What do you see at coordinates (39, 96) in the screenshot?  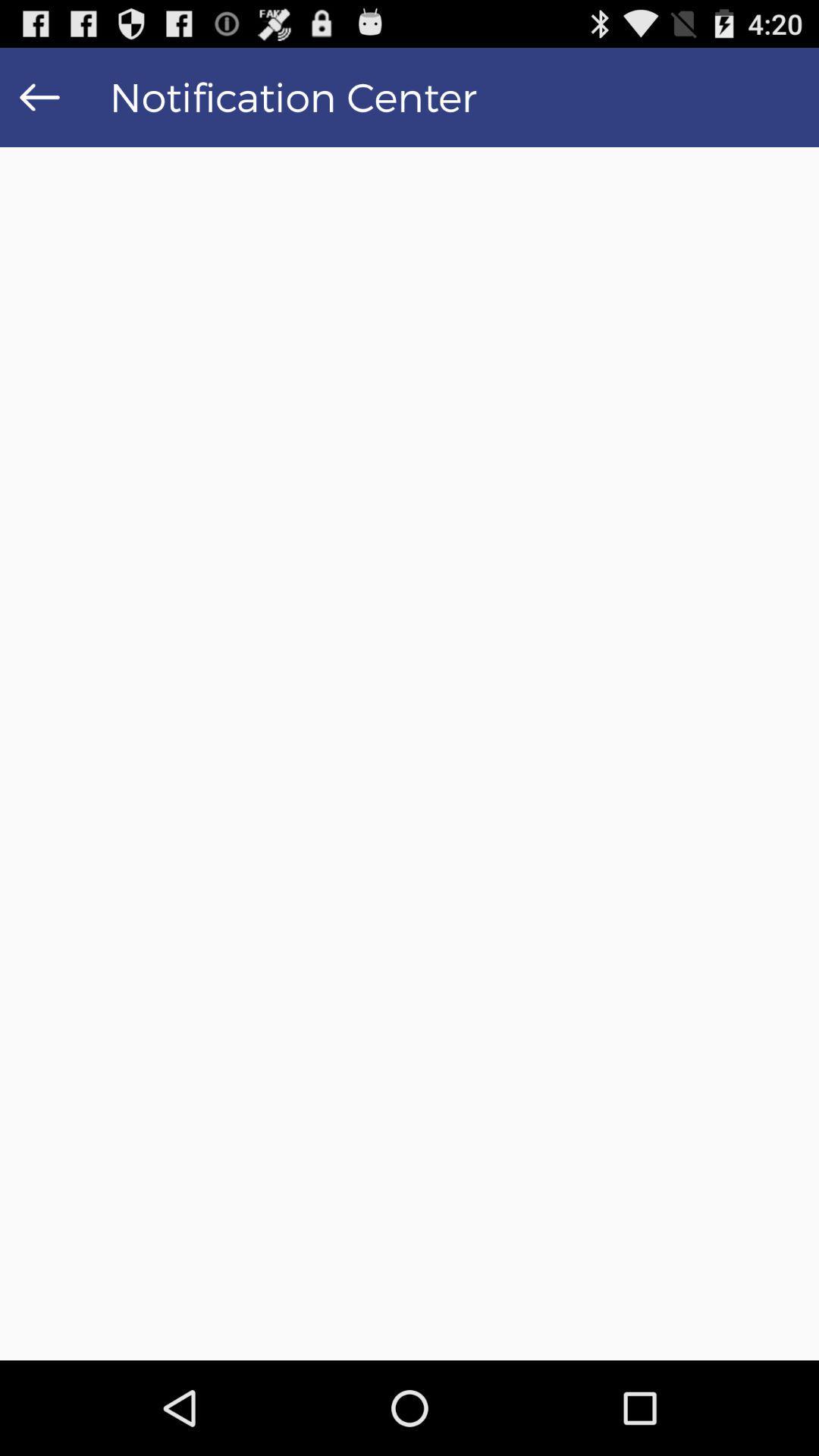 I see `the item next to the notification center` at bounding box center [39, 96].